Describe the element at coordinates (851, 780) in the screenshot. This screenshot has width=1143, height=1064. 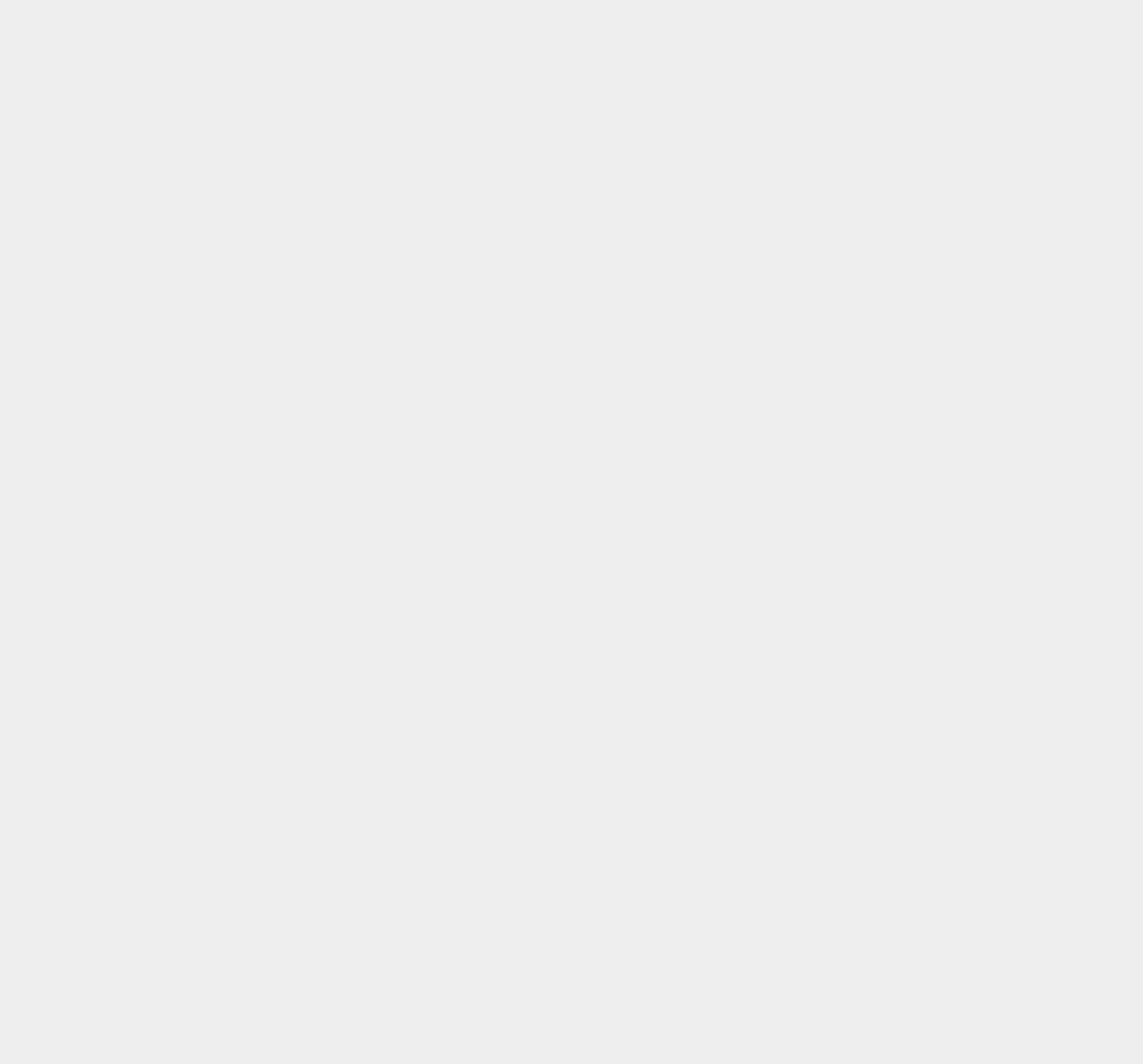
I see `'Huawei Honor'` at that location.